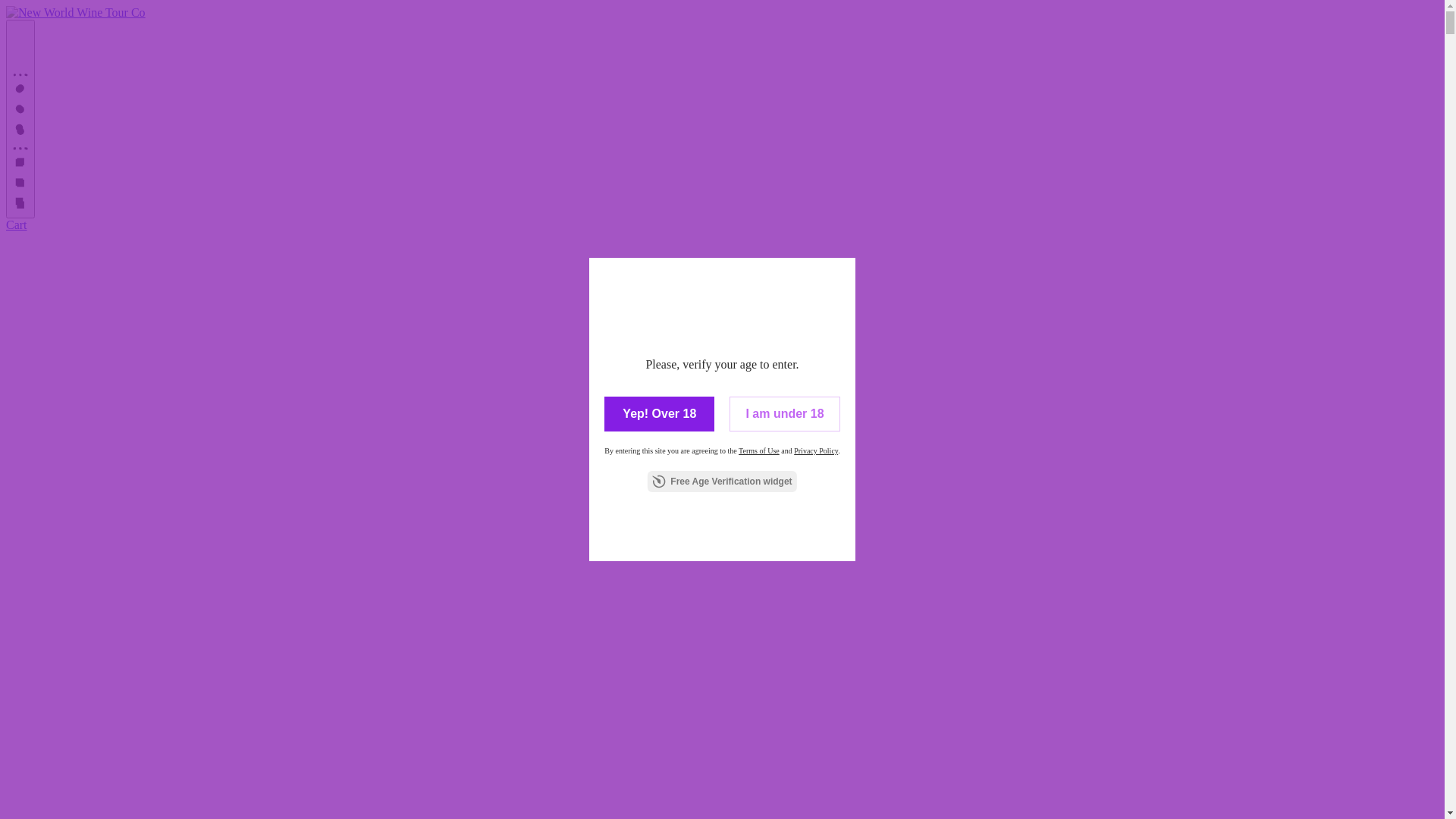 This screenshot has height=819, width=1456. What do you see at coordinates (784, 414) in the screenshot?
I see `'I am under 18'` at bounding box center [784, 414].